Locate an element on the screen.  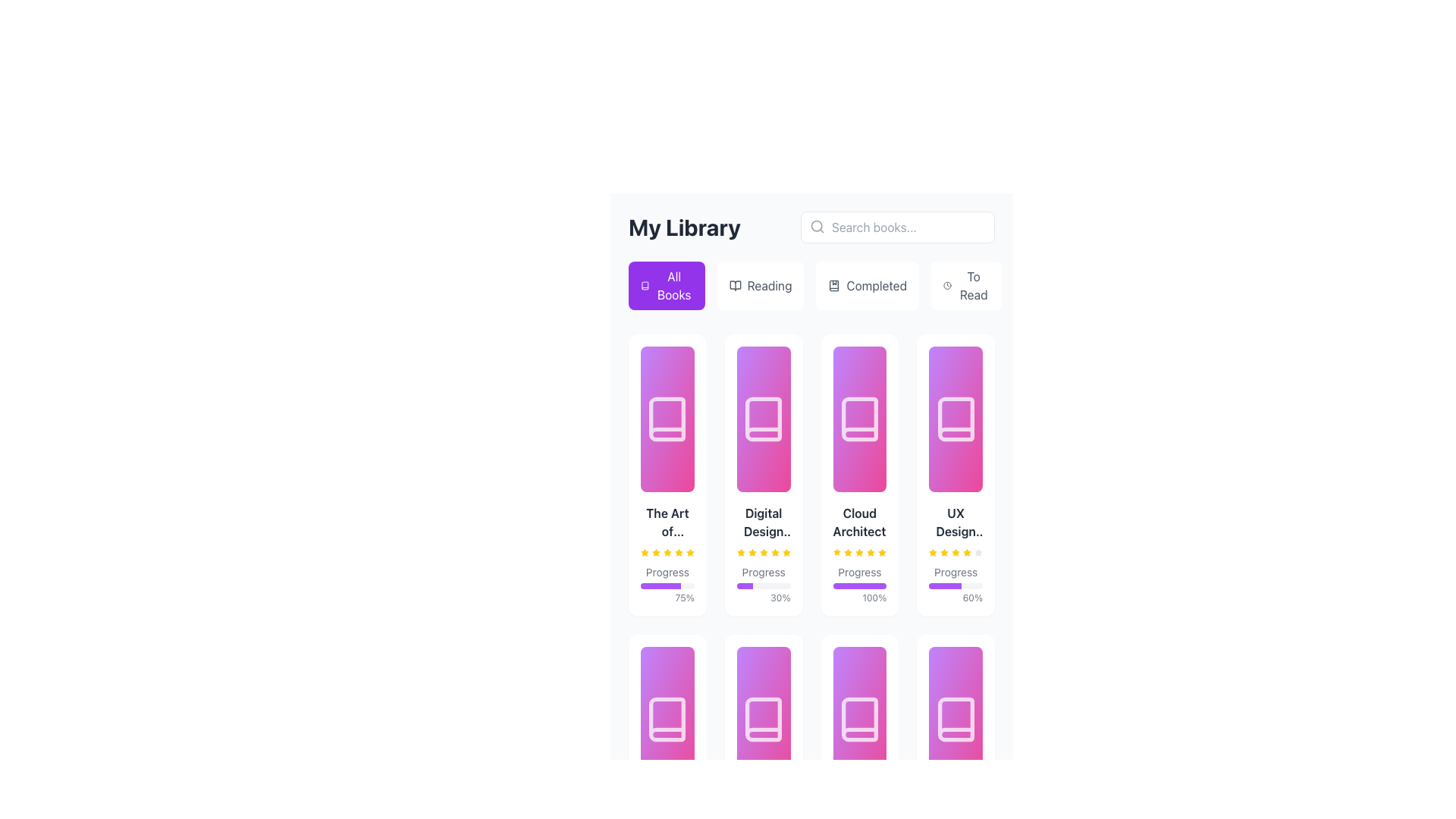
the first star icon in the rating indicator for the 'Cloud Architect' book, which is styled with a yellow fill and outline, located in the 'My Library' interface under the 'All Books' tab is located at coordinates (836, 553).